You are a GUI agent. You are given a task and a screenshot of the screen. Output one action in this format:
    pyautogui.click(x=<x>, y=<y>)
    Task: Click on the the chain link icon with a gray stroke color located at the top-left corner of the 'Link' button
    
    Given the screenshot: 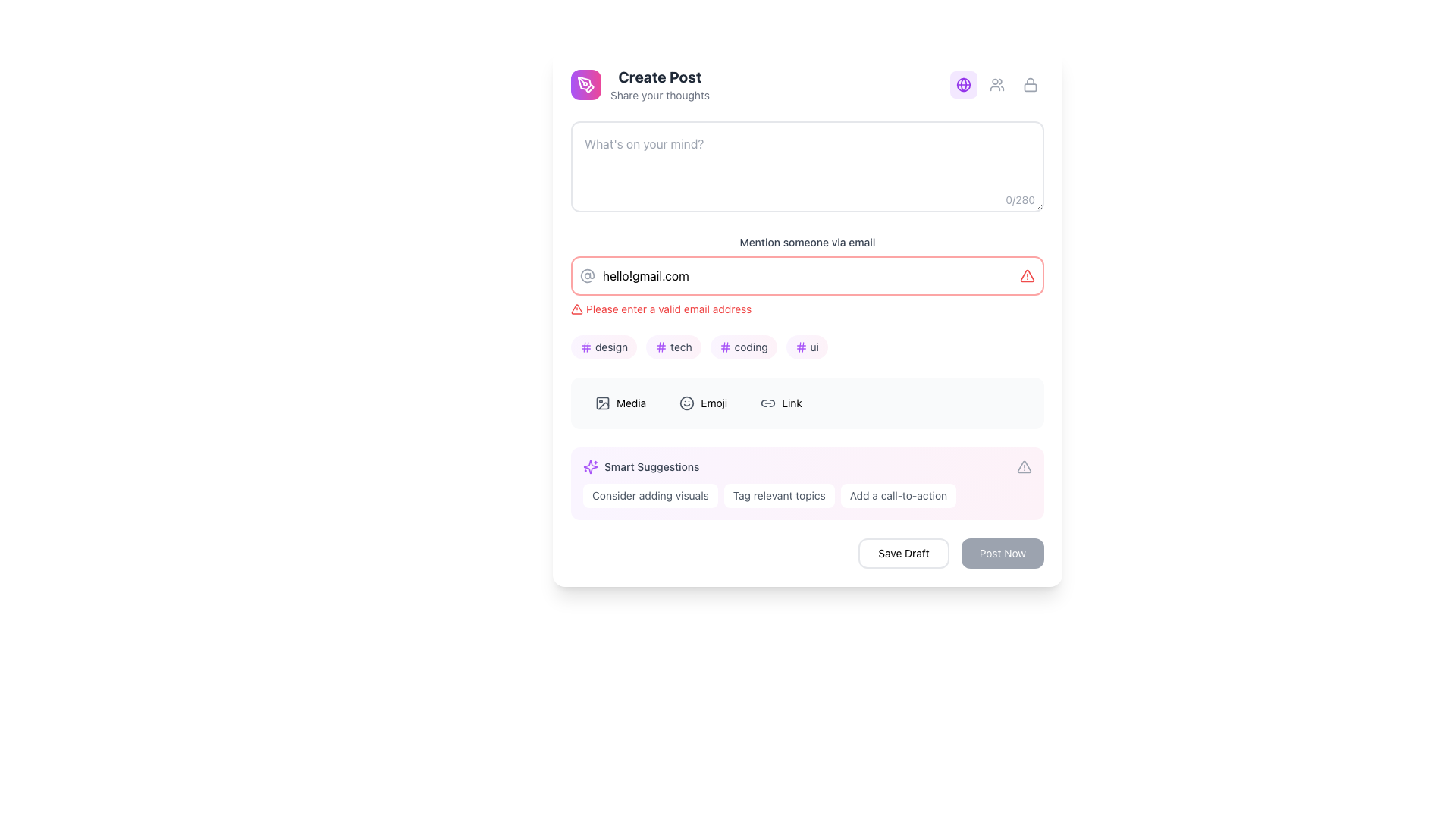 What is the action you would take?
    pyautogui.click(x=768, y=403)
    